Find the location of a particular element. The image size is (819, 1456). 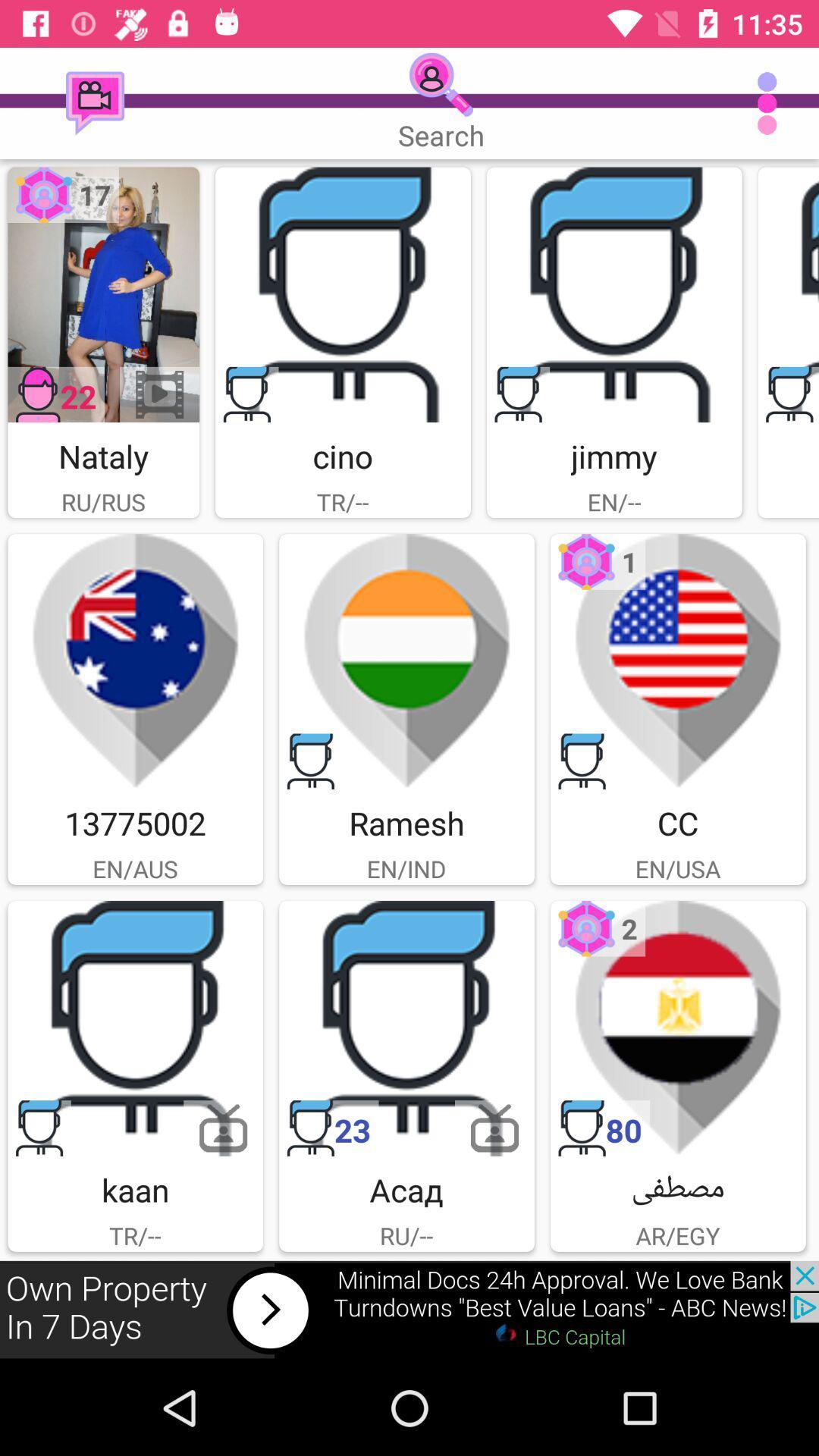

click the advertisement is located at coordinates (409, 1310).